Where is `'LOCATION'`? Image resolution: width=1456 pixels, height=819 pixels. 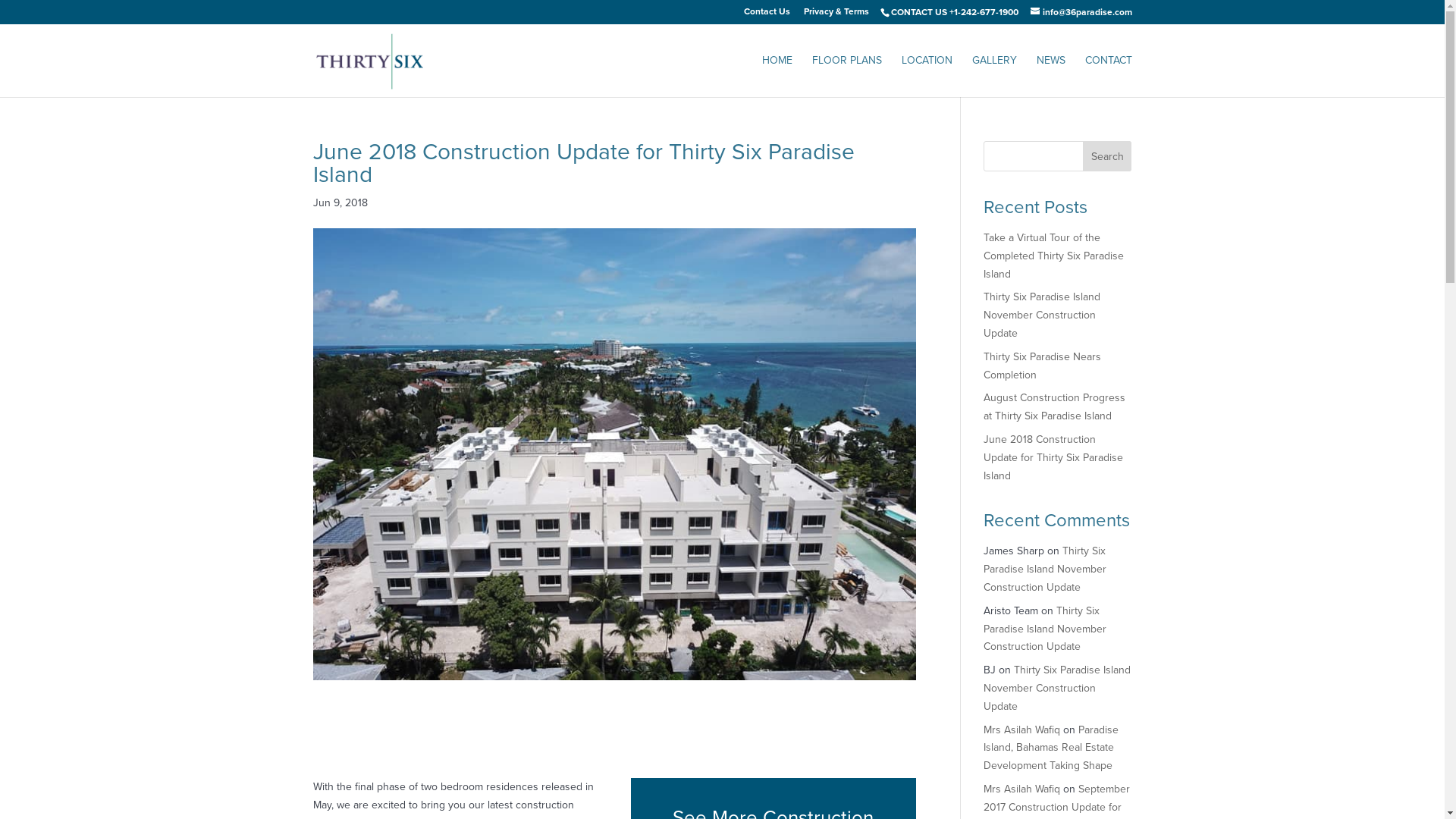 'LOCATION' is located at coordinates (901, 76).